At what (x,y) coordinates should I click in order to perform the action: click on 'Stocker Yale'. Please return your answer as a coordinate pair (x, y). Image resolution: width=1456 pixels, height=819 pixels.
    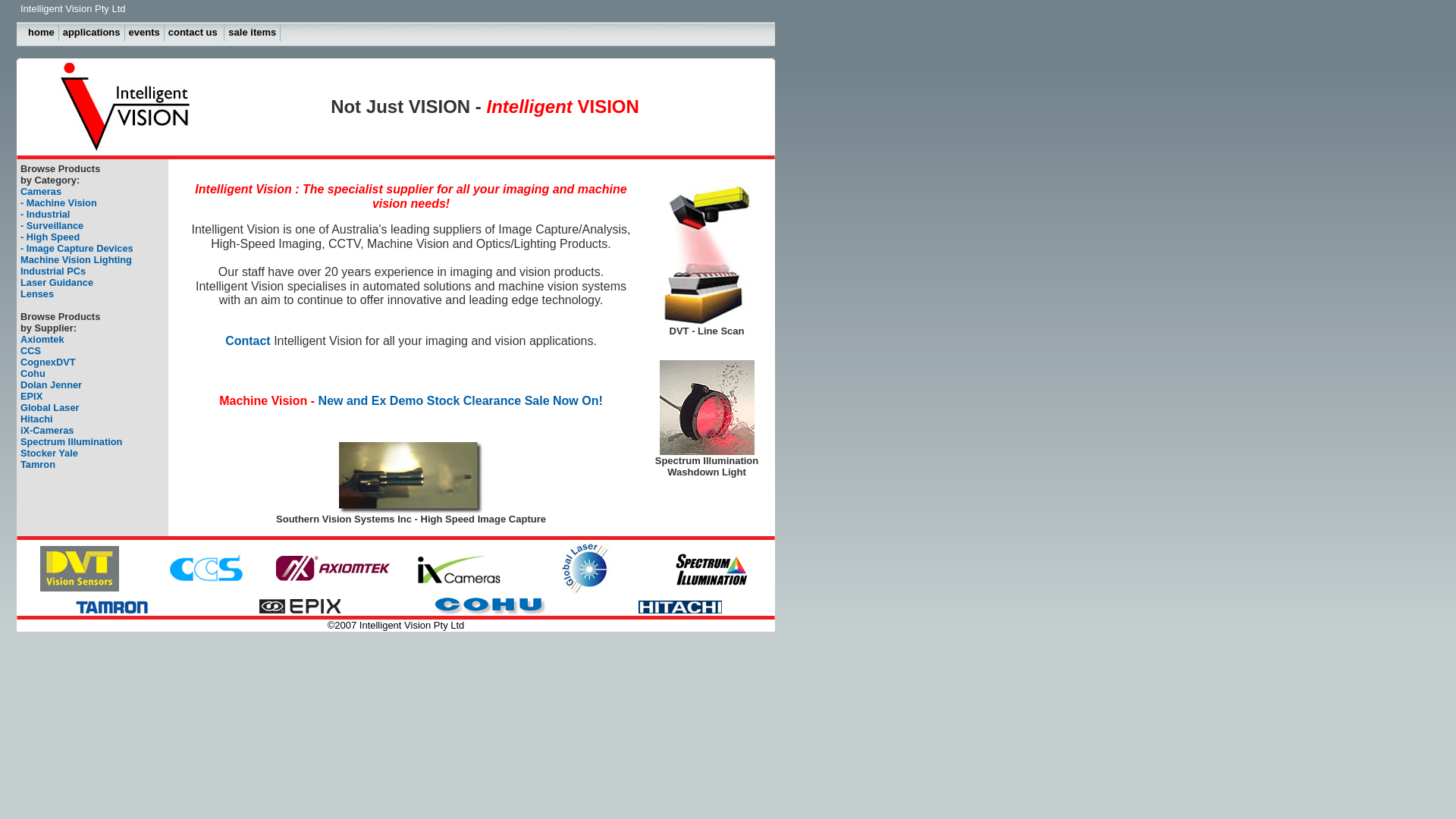
    Looking at the image, I should click on (49, 452).